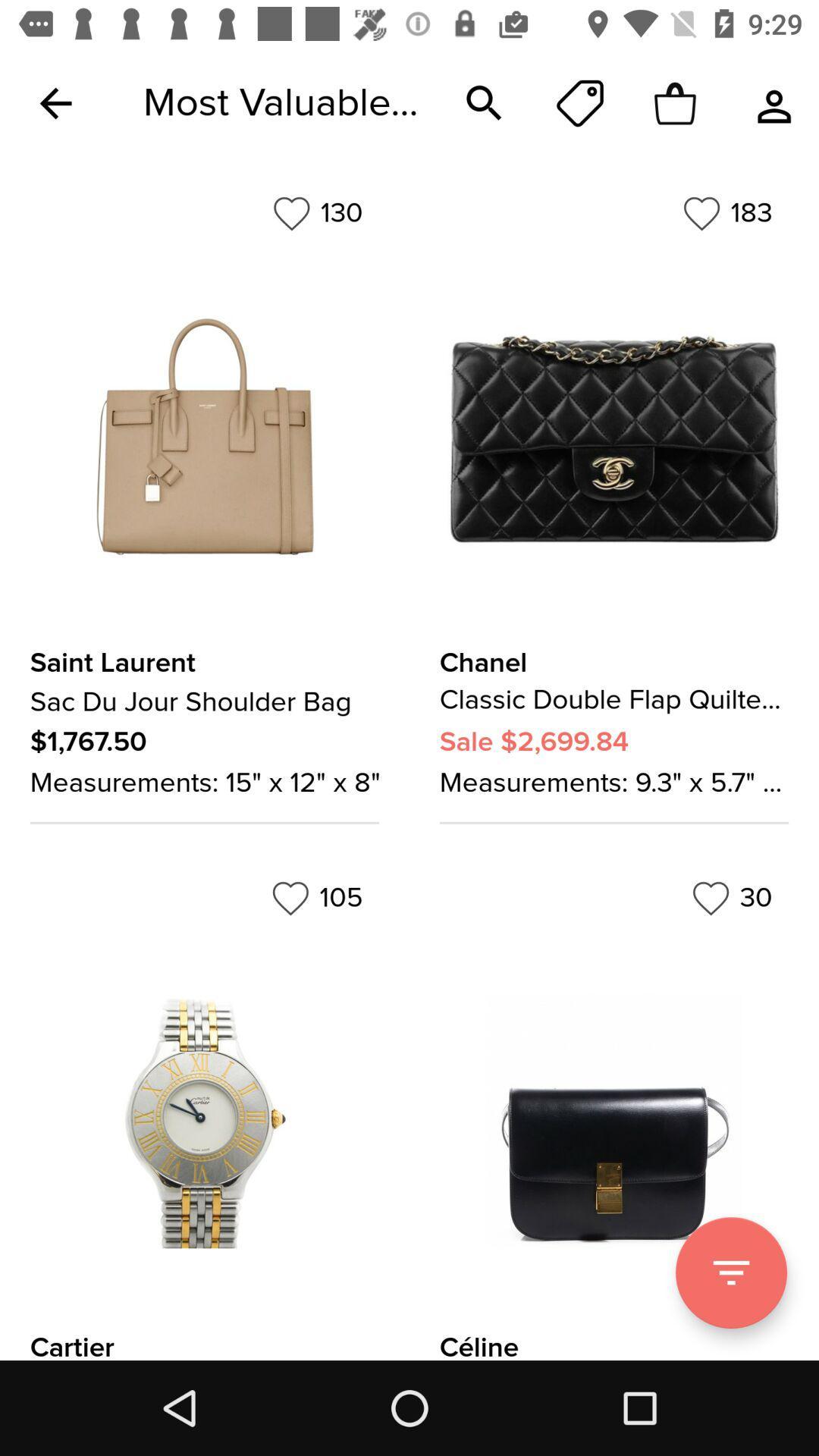  I want to click on 105 item, so click(316, 898).